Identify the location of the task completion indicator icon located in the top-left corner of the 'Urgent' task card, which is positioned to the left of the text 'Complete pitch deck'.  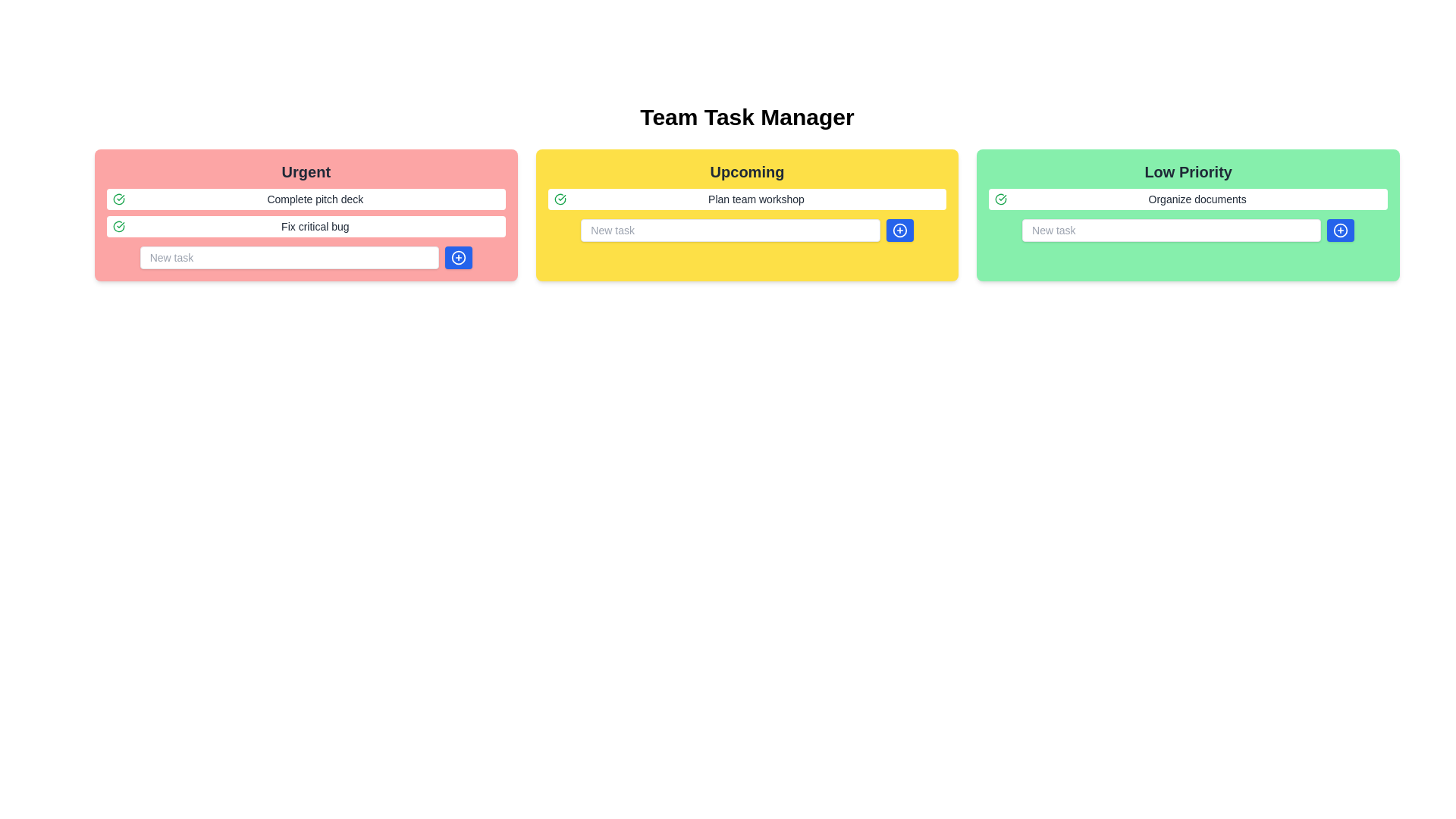
(118, 227).